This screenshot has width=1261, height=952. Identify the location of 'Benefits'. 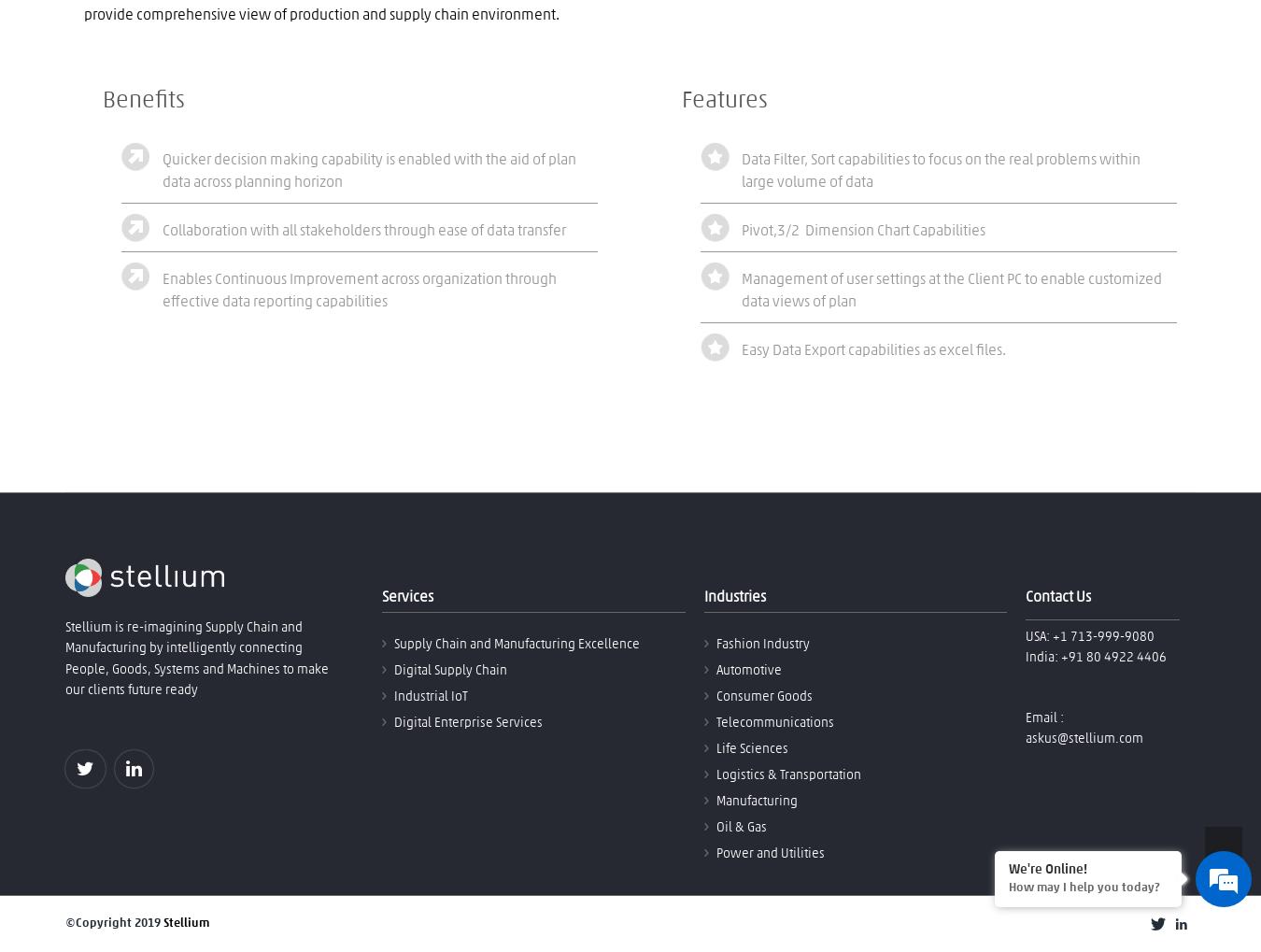
(144, 99).